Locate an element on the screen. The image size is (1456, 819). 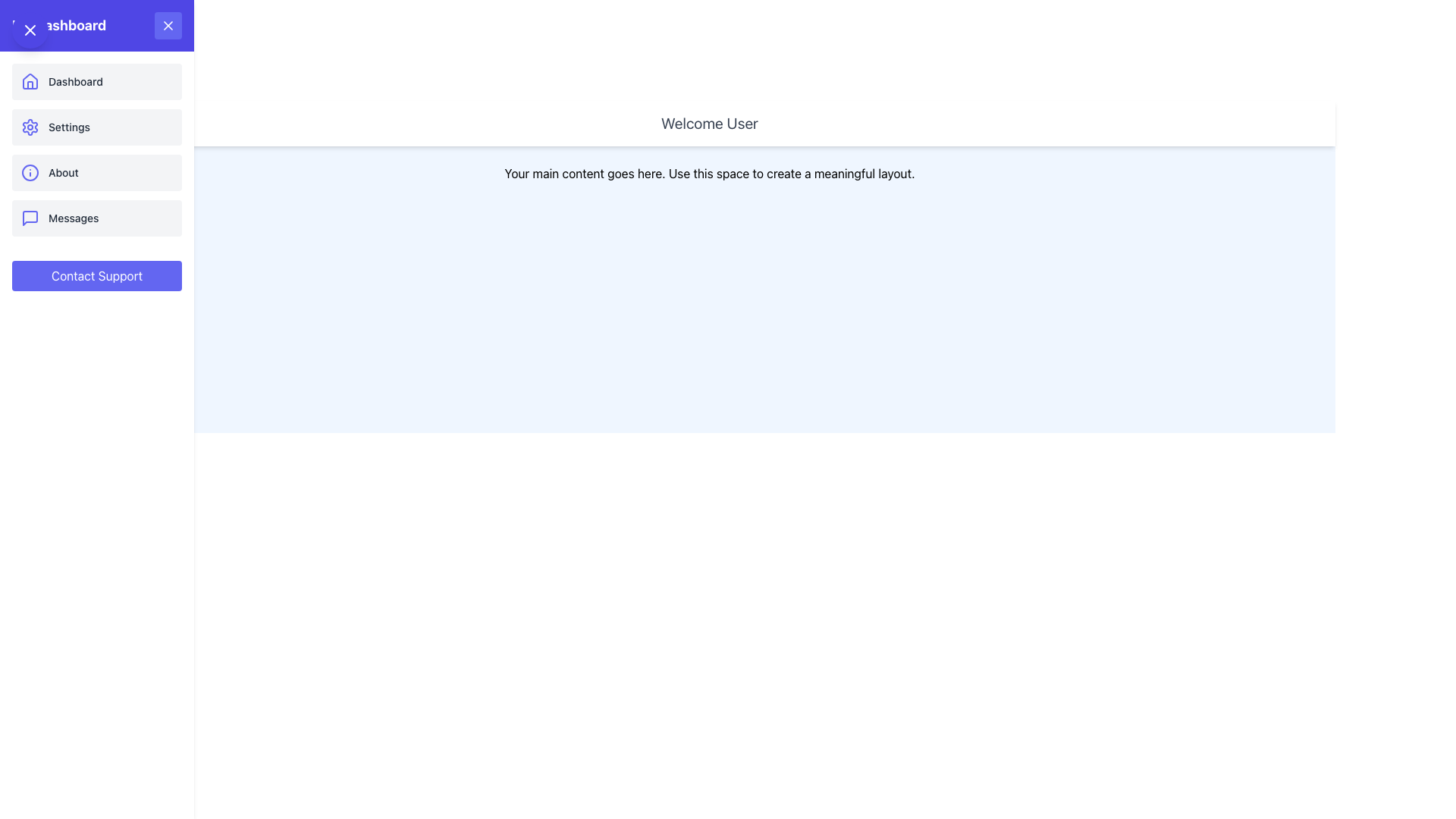
the 'Messages' Navigation Button located in the left sidebar, which is the fourth item in the vertical list, to change its background and text color is located at coordinates (96, 218).